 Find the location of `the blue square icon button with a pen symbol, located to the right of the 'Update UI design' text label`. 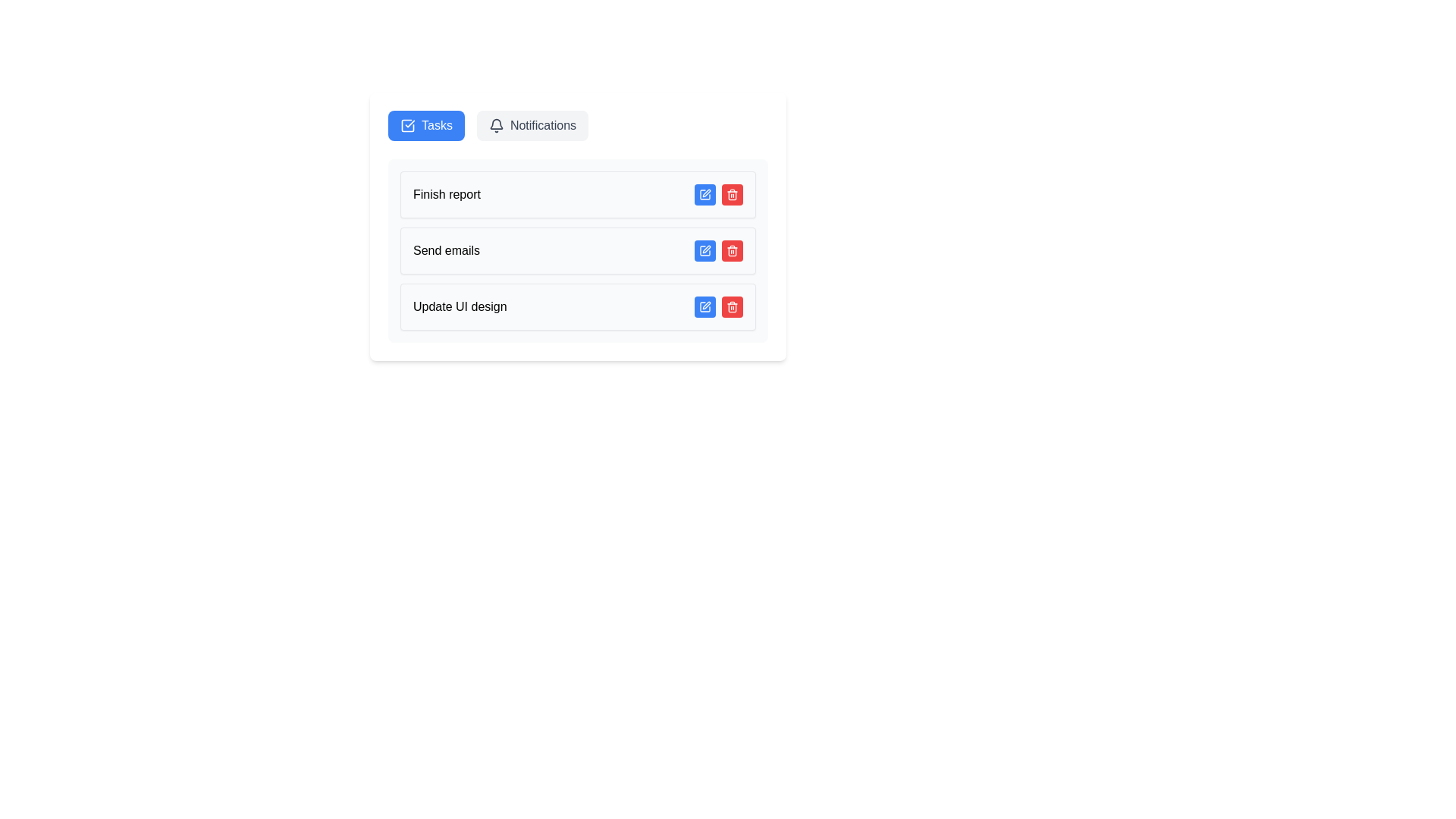

the blue square icon button with a pen symbol, located to the right of the 'Update UI design' text label is located at coordinates (704, 307).